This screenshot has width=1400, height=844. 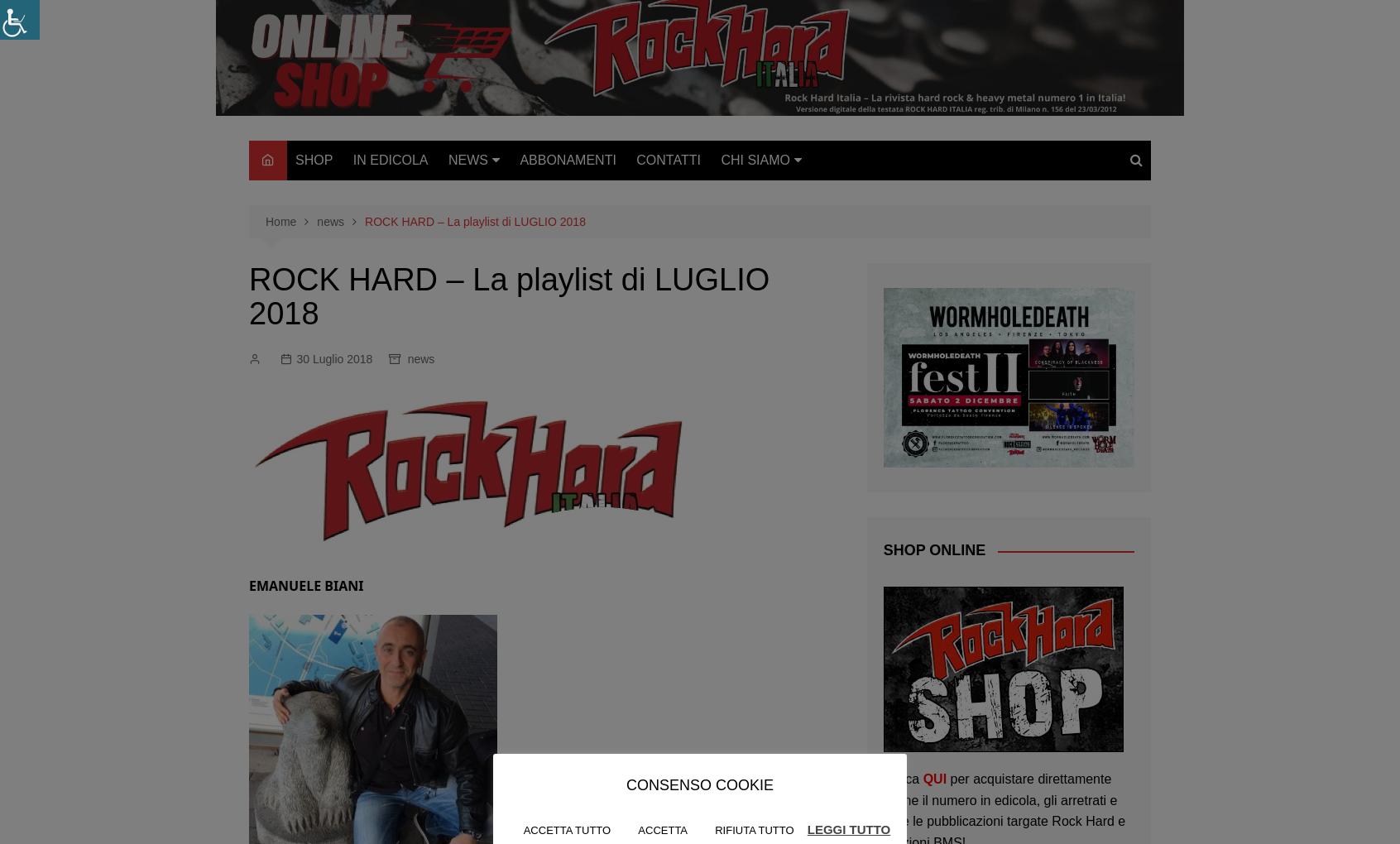 I want to click on 'IN EDICOLA', so click(x=389, y=159).